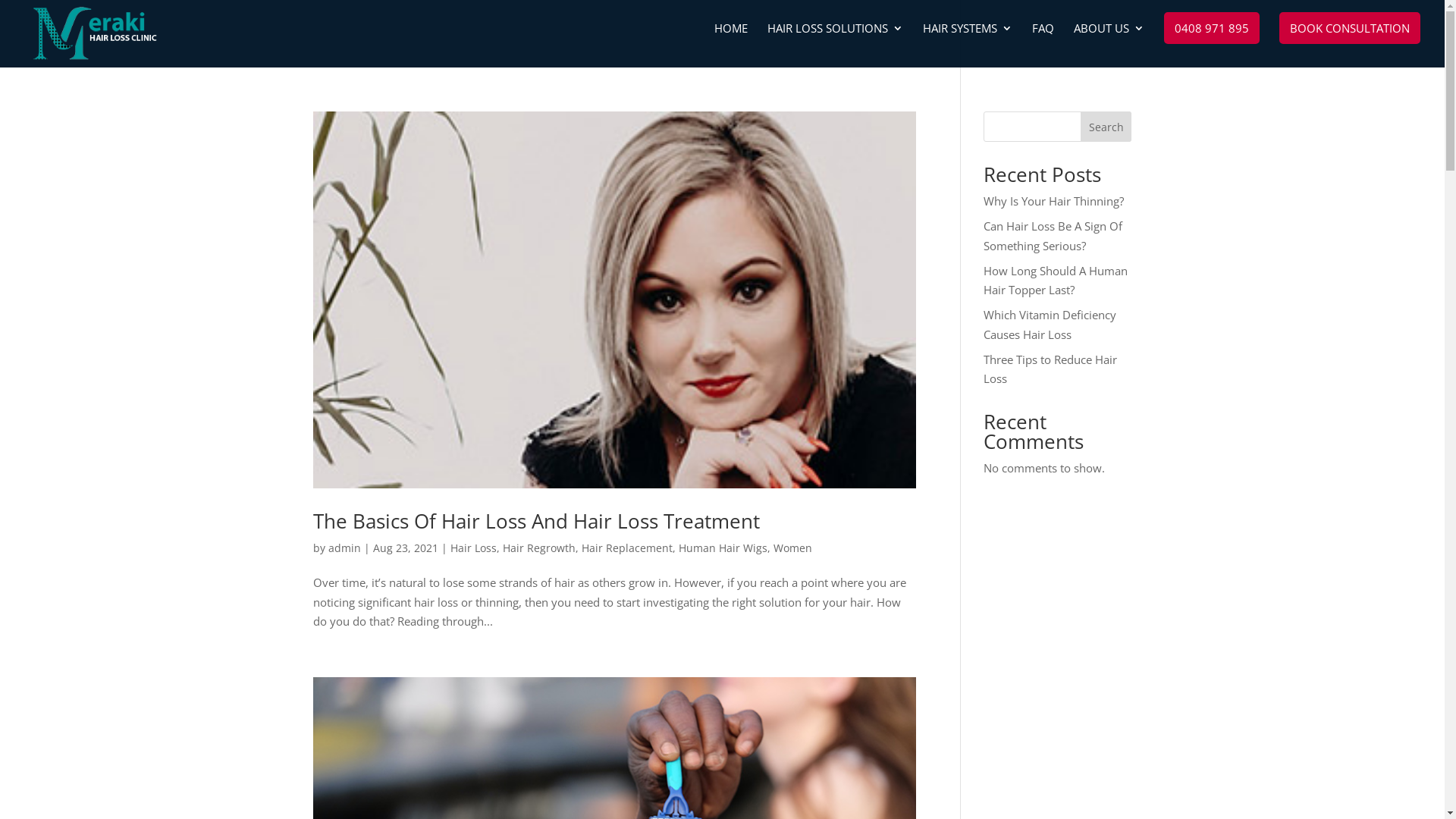 This screenshot has height=819, width=1456. What do you see at coordinates (343, 548) in the screenshot?
I see `'admin'` at bounding box center [343, 548].